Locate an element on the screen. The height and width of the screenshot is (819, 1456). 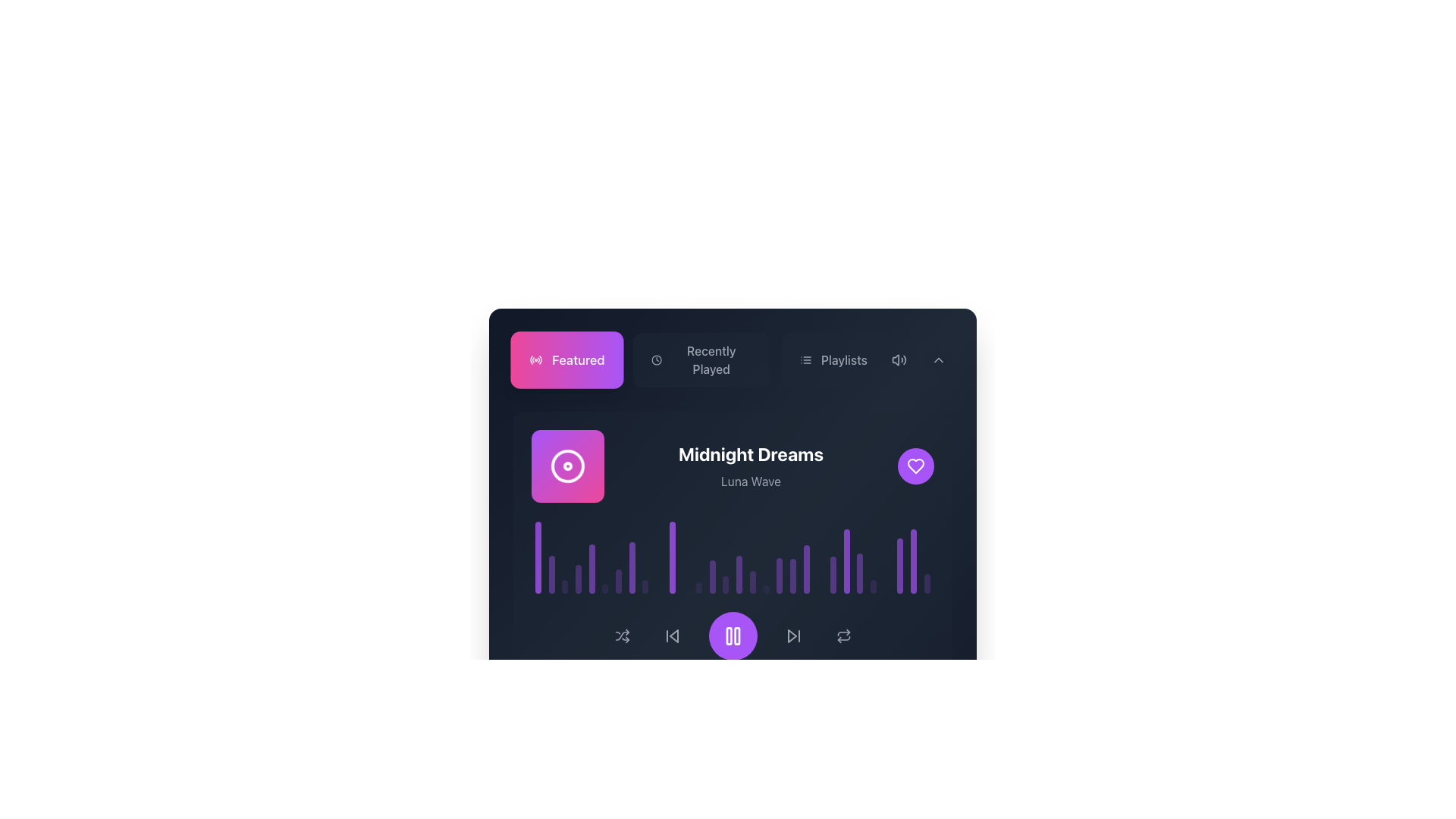
the chevron-shaped icon within the circular button located at the top-right corner of the interface is located at coordinates (938, 359).